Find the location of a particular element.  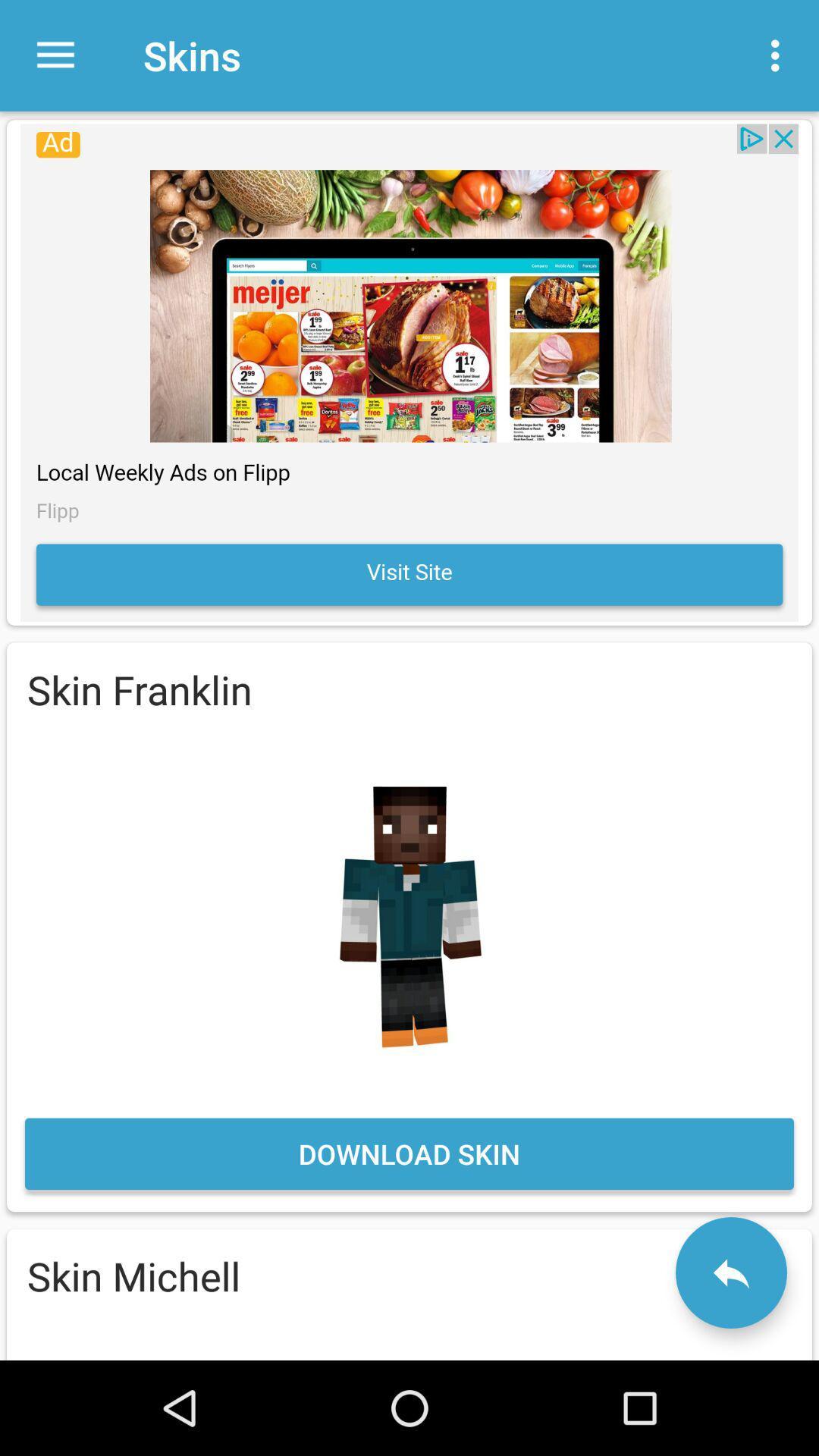

sent page is located at coordinates (730, 1272).